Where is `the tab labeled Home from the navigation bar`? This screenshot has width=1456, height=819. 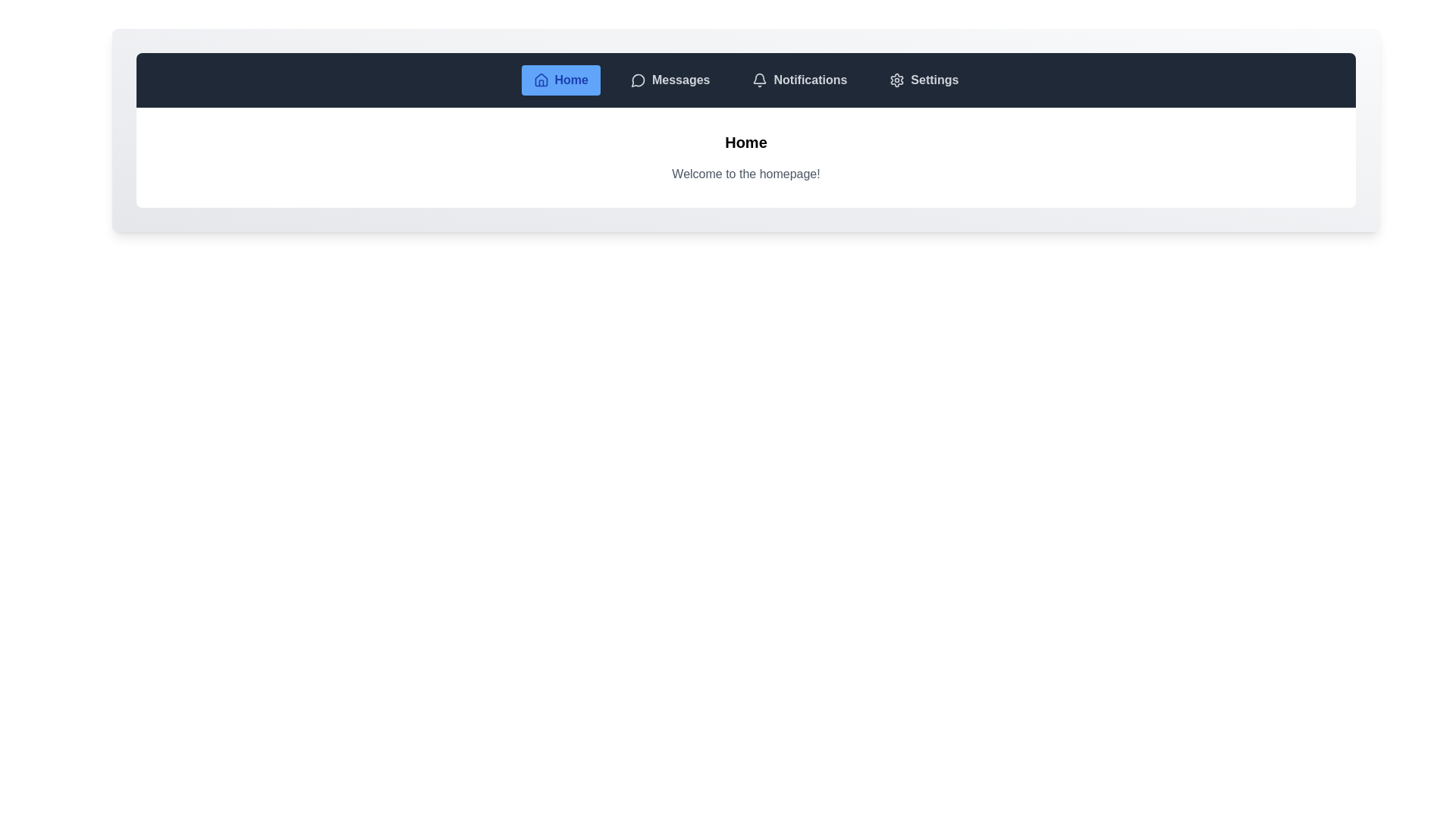
the tab labeled Home from the navigation bar is located at coordinates (560, 80).